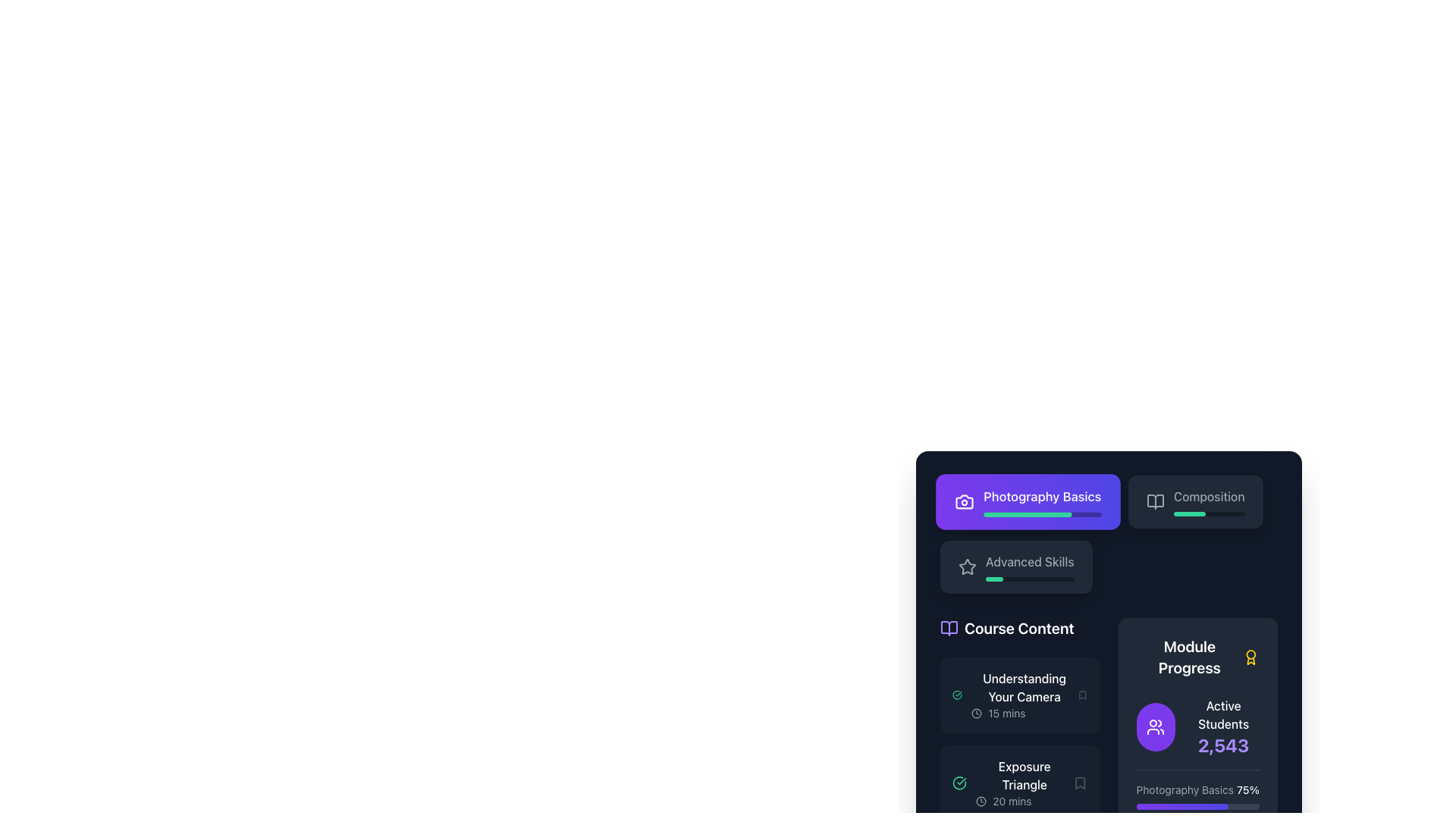  Describe the element at coordinates (1184, 789) in the screenshot. I see `the 'Photography Basics' text label located in the 'Module Progress' section, positioned to the left of the '75%' element` at that location.